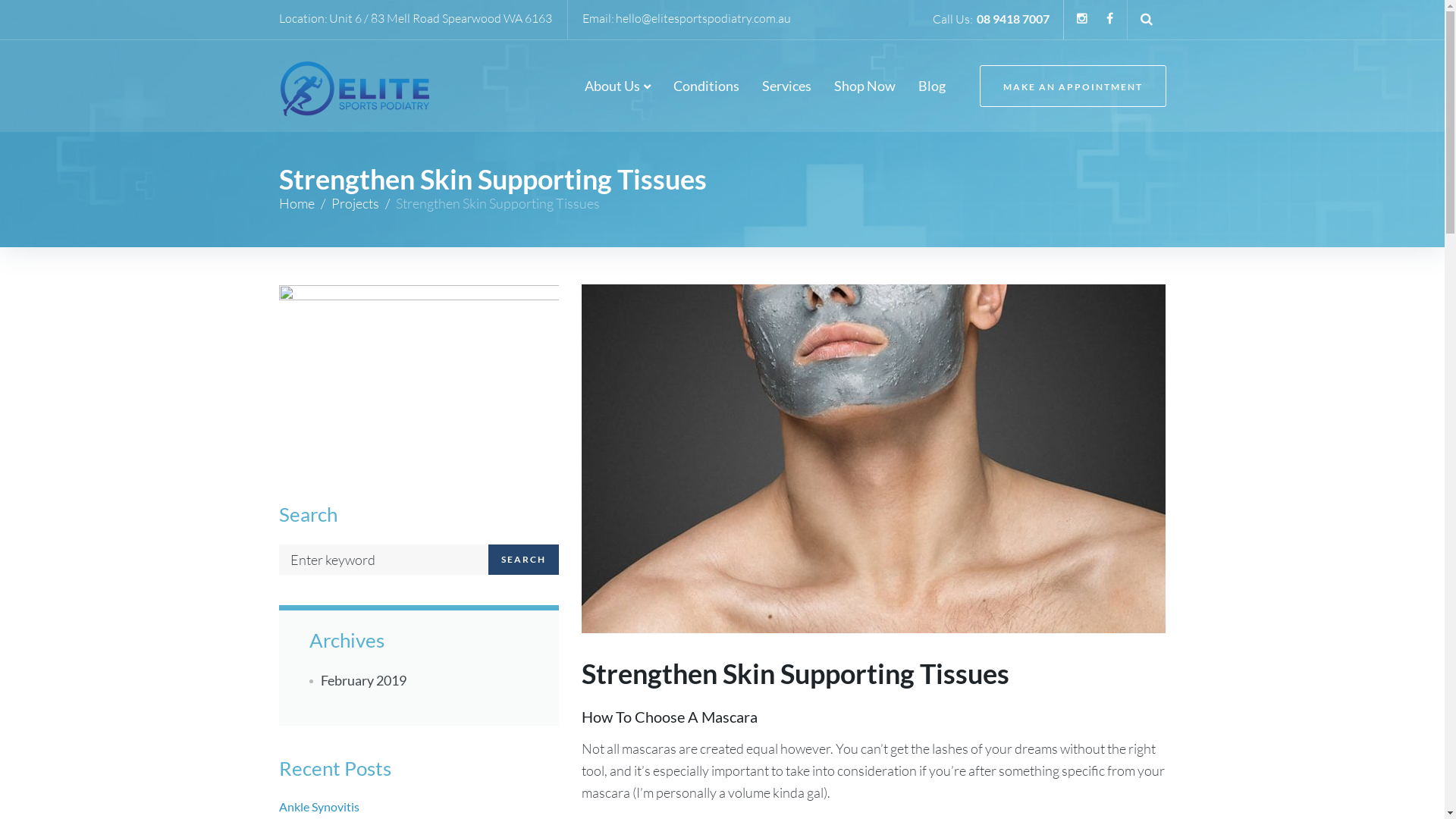 The width and height of the screenshot is (1456, 819). I want to click on 'Services', so click(786, 86).